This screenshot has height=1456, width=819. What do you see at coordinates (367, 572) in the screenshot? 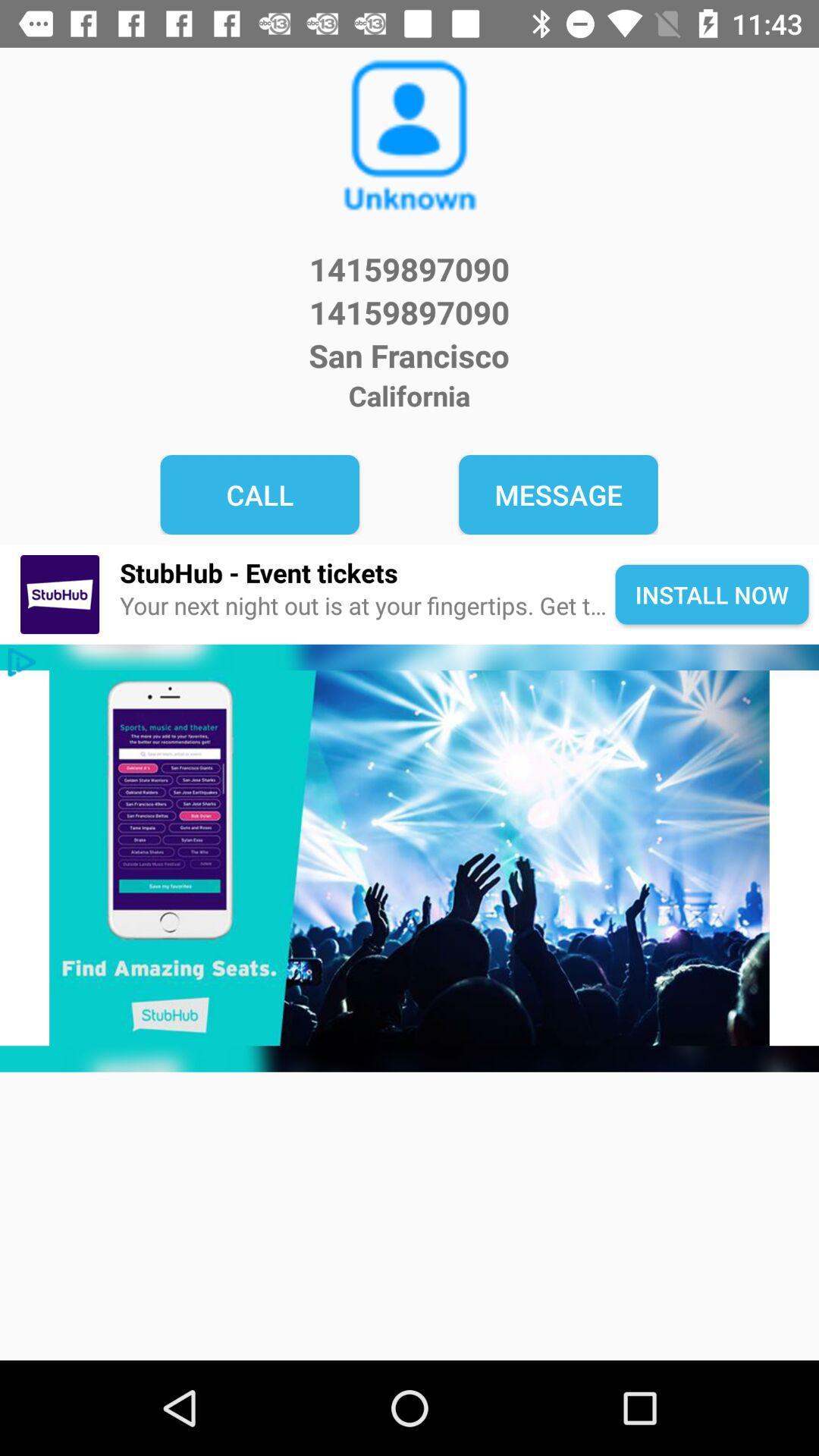
I see `the icon above the your next night` at bounding box center [367, 572].